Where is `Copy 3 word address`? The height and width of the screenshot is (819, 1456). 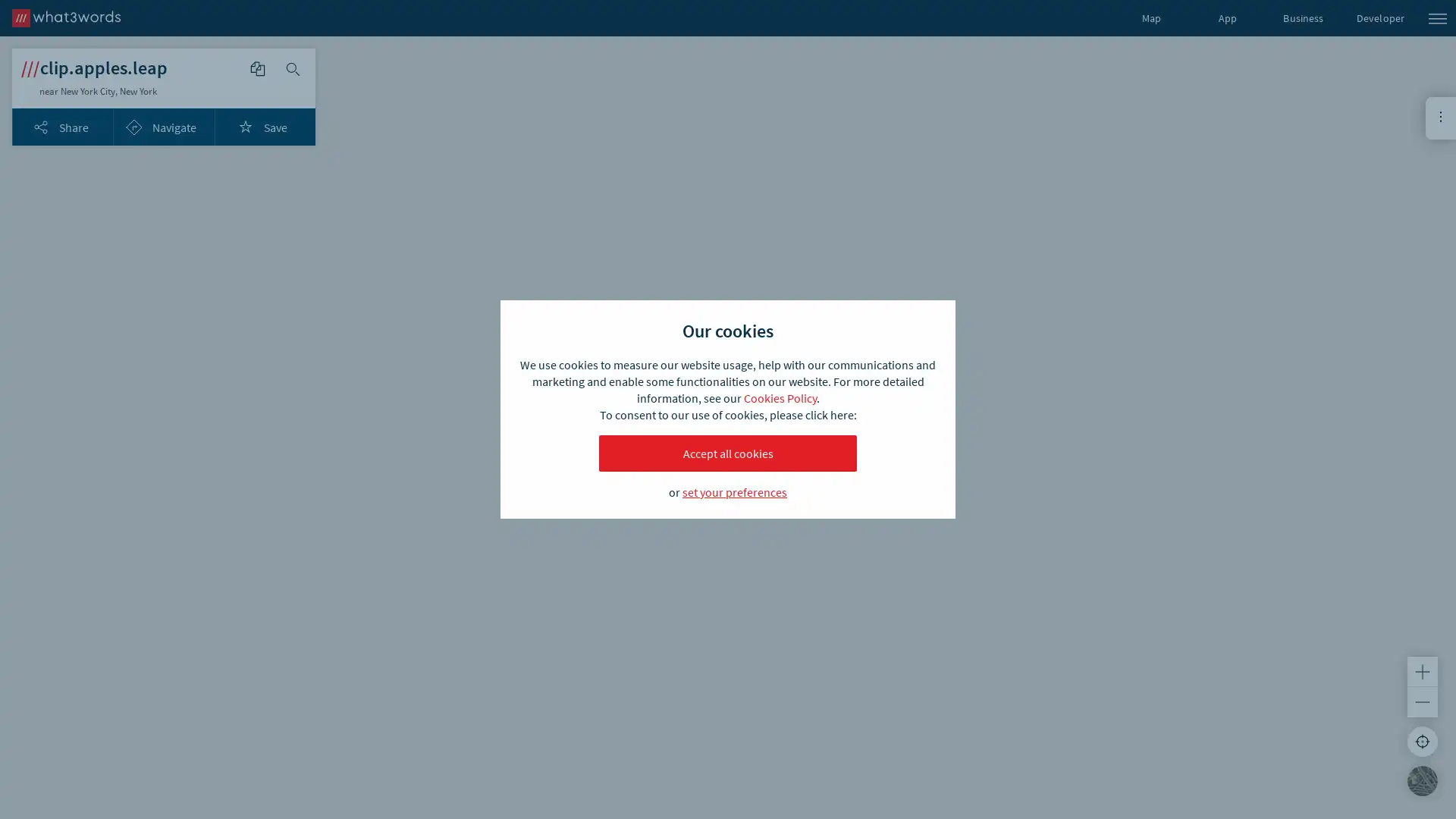 Copy 3 word address is located at coordinates (258, 69).